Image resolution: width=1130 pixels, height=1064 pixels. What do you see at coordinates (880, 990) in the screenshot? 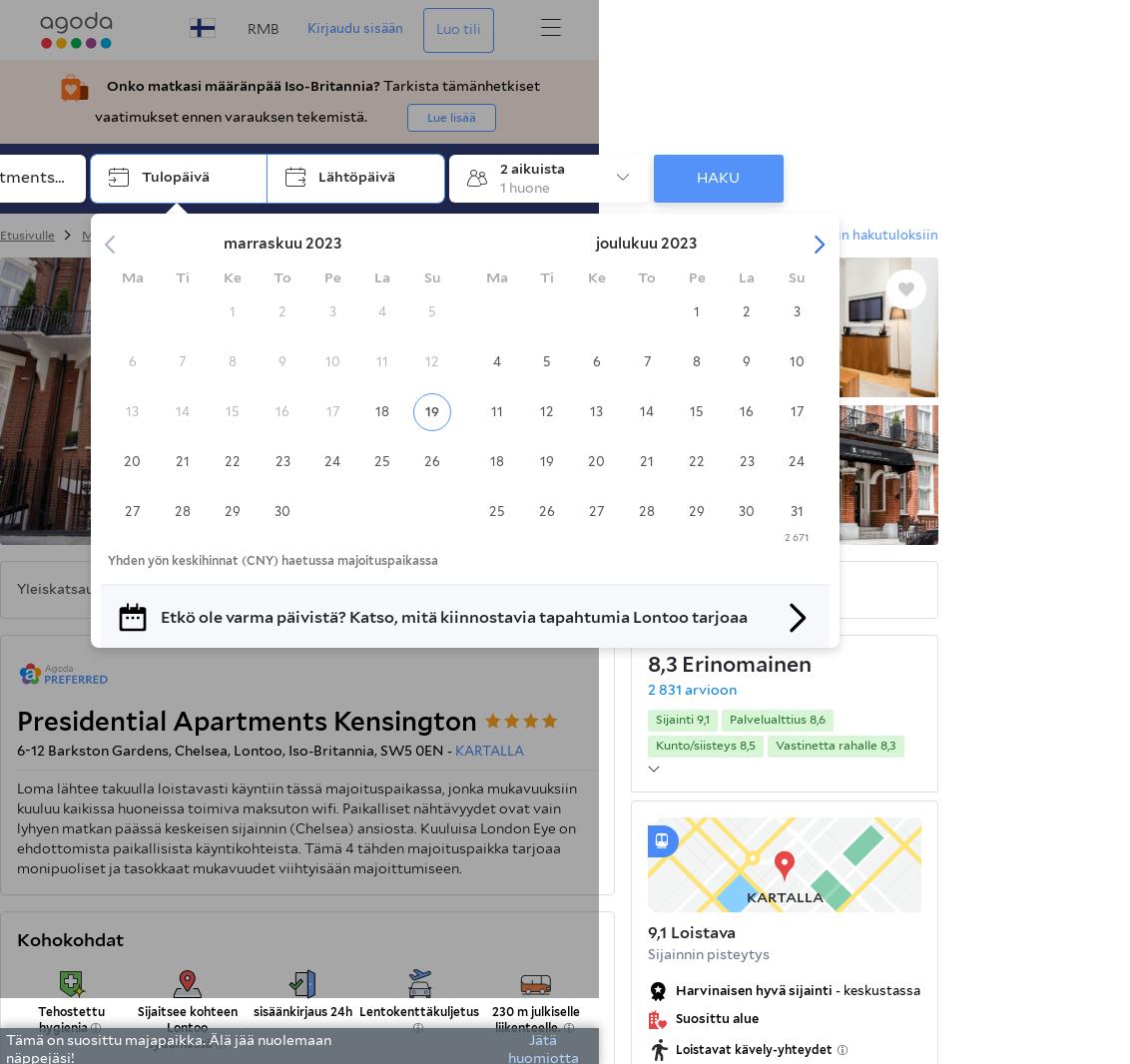
I see `'keskustassa'` at bounding box center [880, 990].